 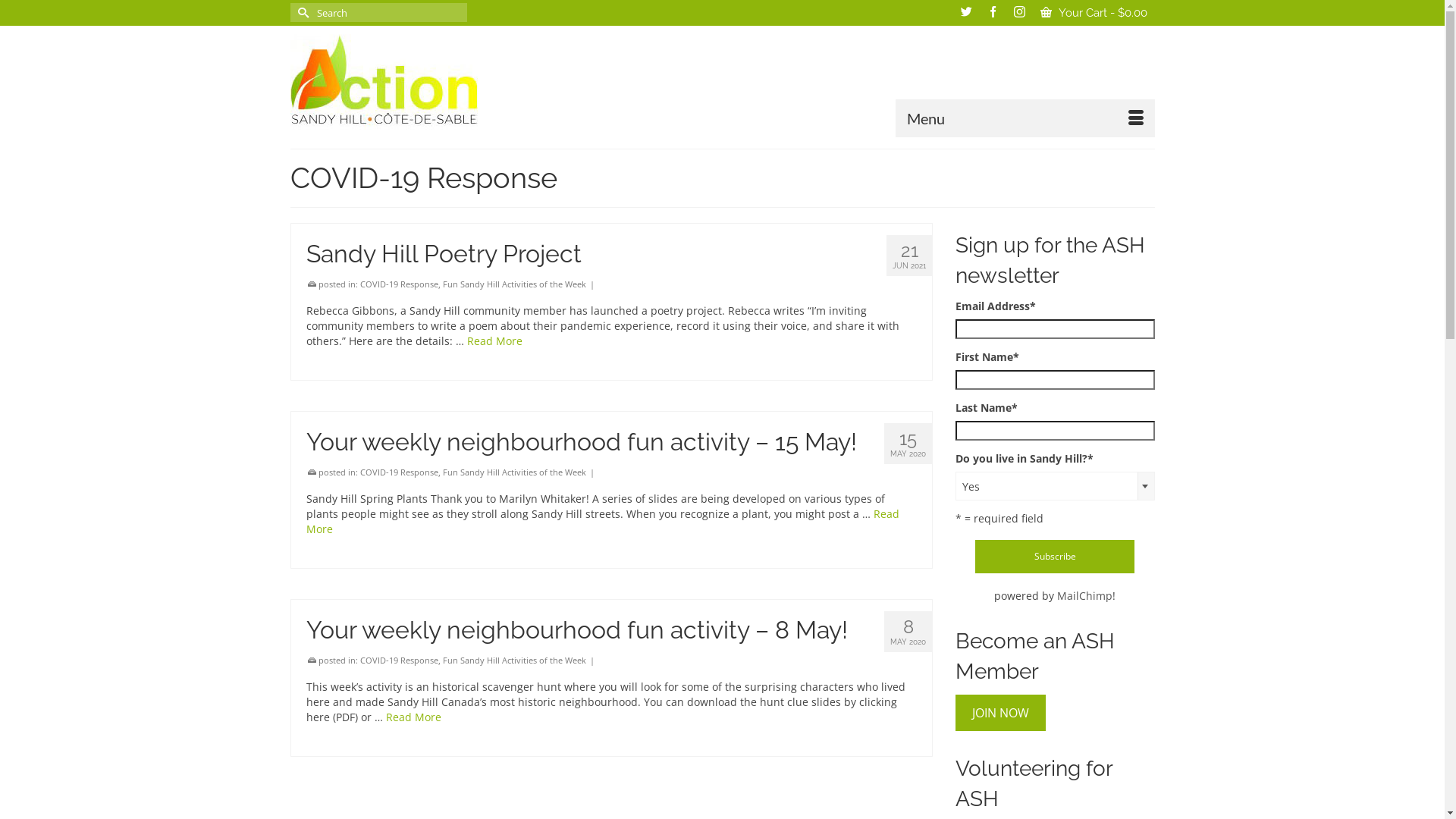 What do you see at coordinates (1084, 595) in the screenshot?
I see `'MailChimp'` at bounding box center [1084, 595].